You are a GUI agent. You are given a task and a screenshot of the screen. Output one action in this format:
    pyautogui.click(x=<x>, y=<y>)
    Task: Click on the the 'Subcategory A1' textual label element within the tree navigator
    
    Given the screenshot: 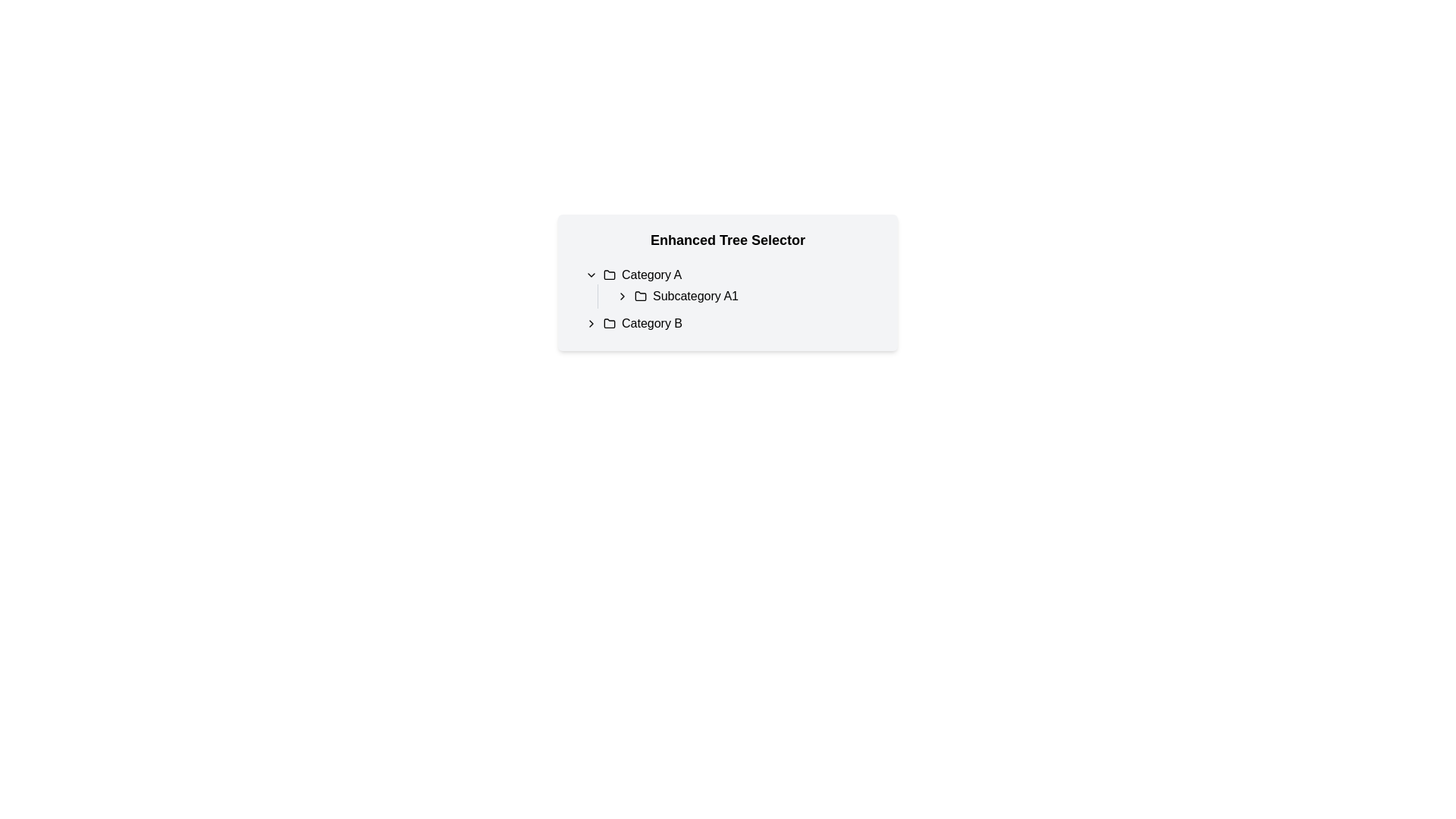 What is the action you would take?
    pyautogui.click(x=734, y=287)
    